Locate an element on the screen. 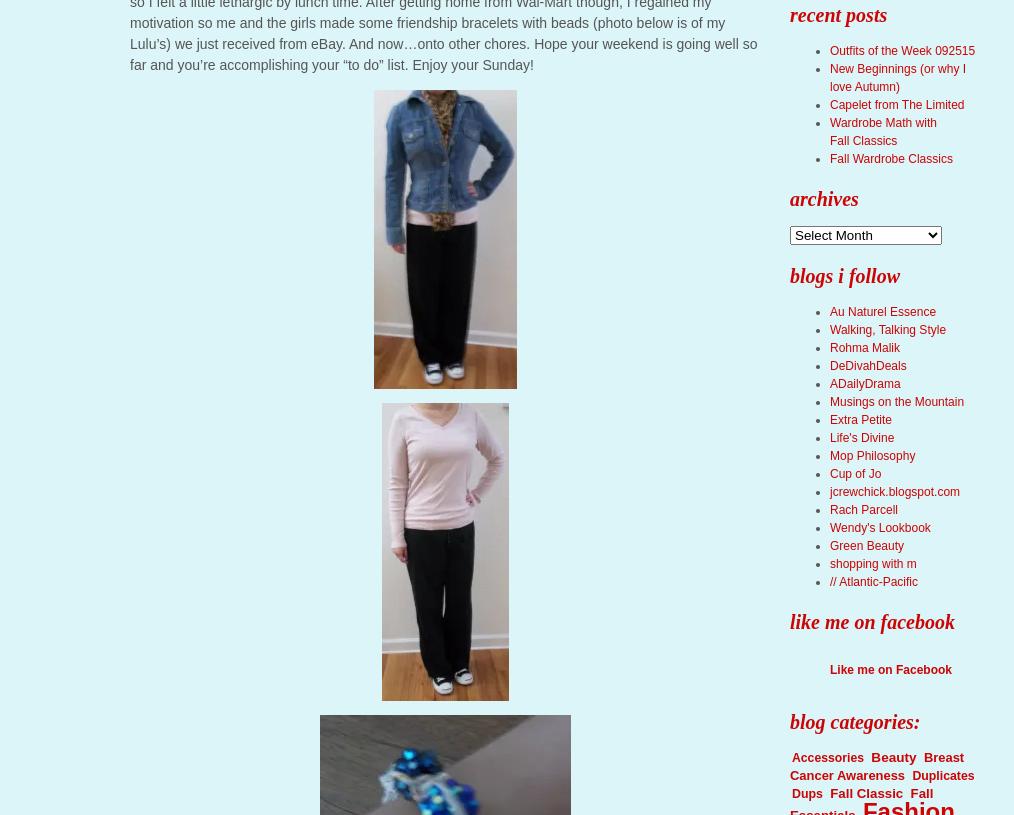 The height and width of the screenshot is (815, 1014). 'Wardrobe Math with Fall Classics' is located at coordinates (881, 131).